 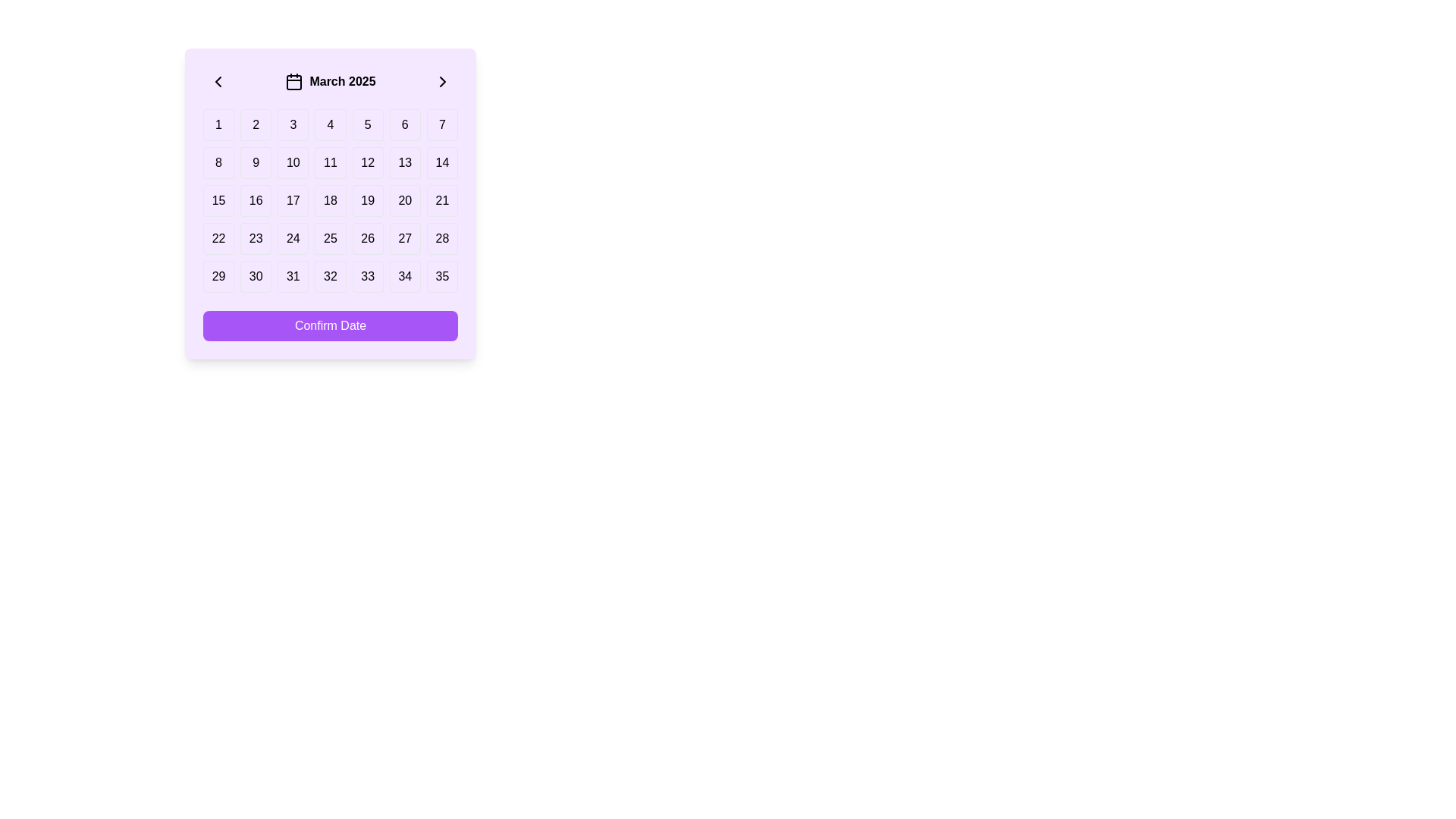 I want to click on the dates within the Calendar widget, so click(x=330, y=203).